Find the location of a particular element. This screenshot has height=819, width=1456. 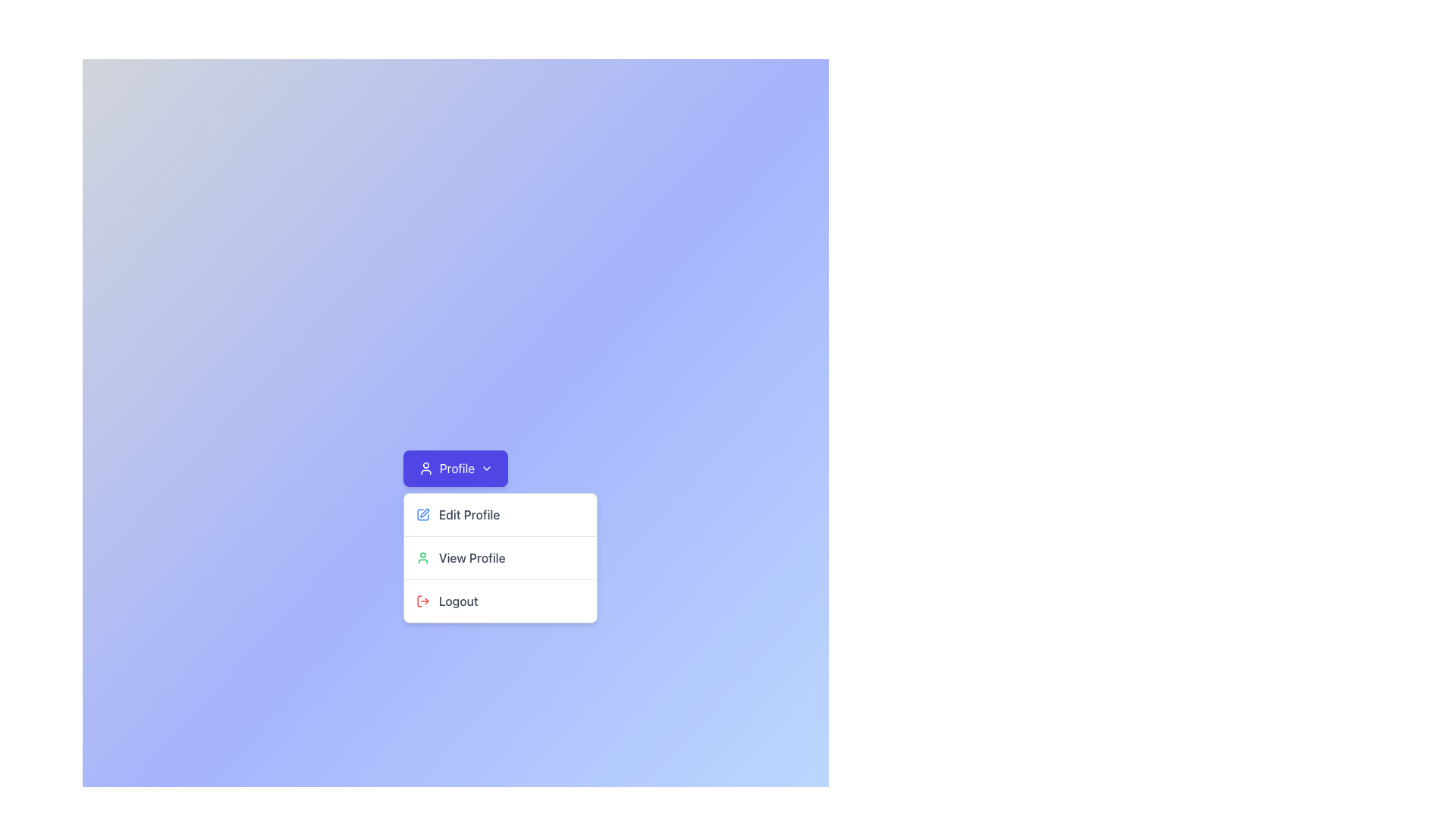

the editable icon within the 'Edit Profile' dropdown menu is located at coordinates (425, 512).